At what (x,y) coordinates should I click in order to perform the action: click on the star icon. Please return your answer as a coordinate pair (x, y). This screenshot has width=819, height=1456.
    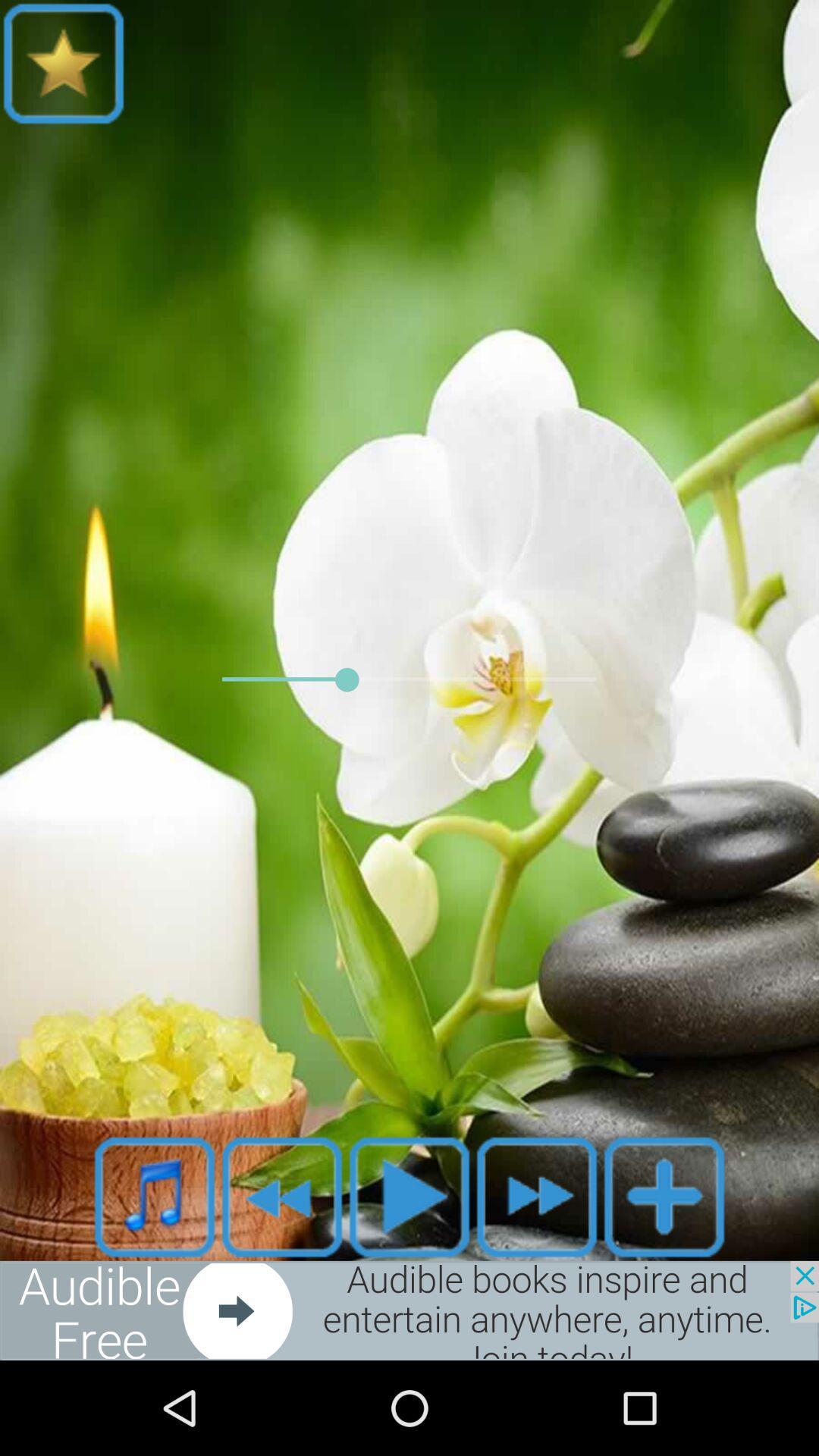
    Looking at the image, I should click on (63, 62).